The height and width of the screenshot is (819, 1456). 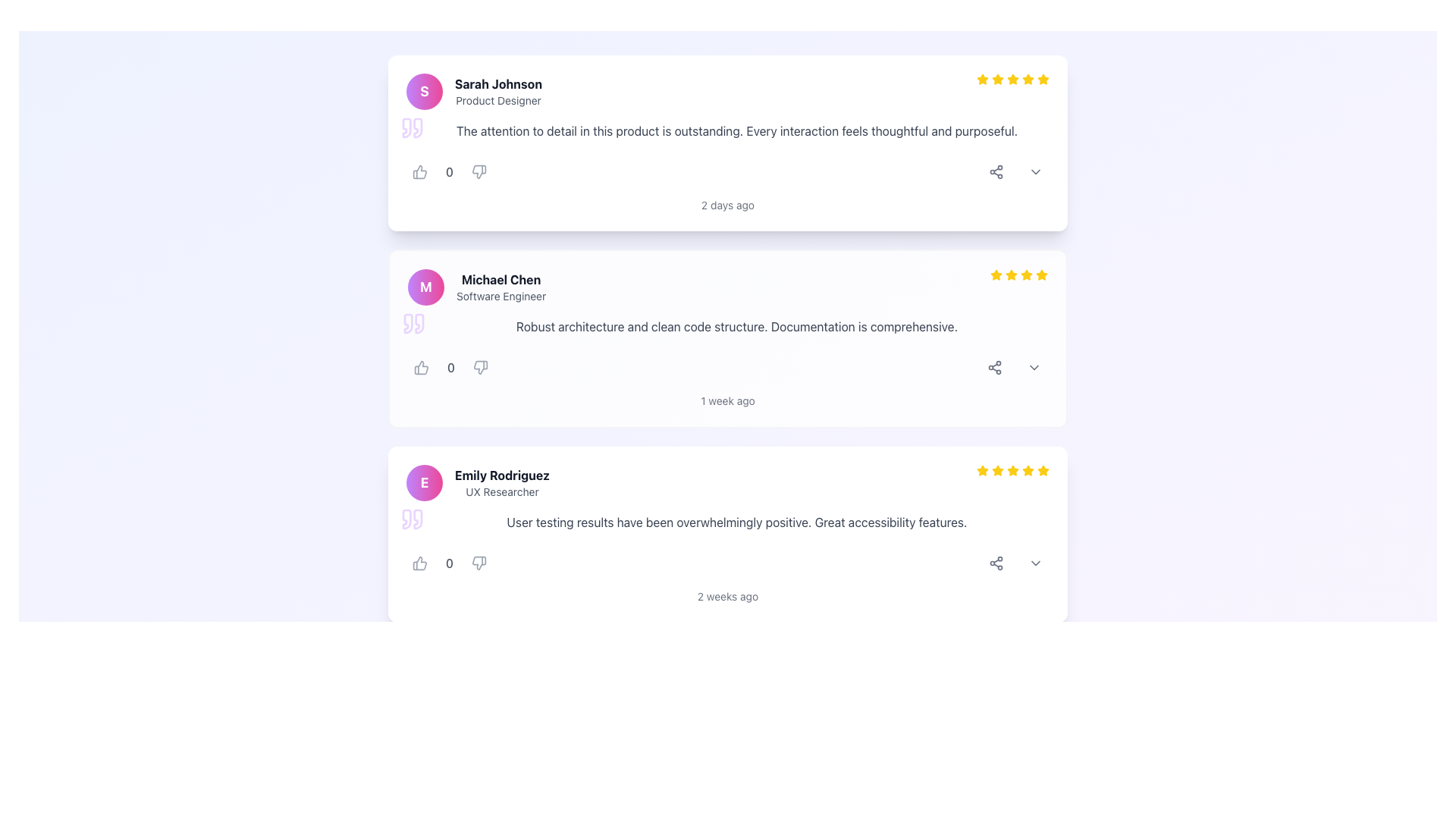 I want to click on the positive feedback button located to the left of the text node displaying '0' to activate the hover styling effect, so click(x=419, y=563).